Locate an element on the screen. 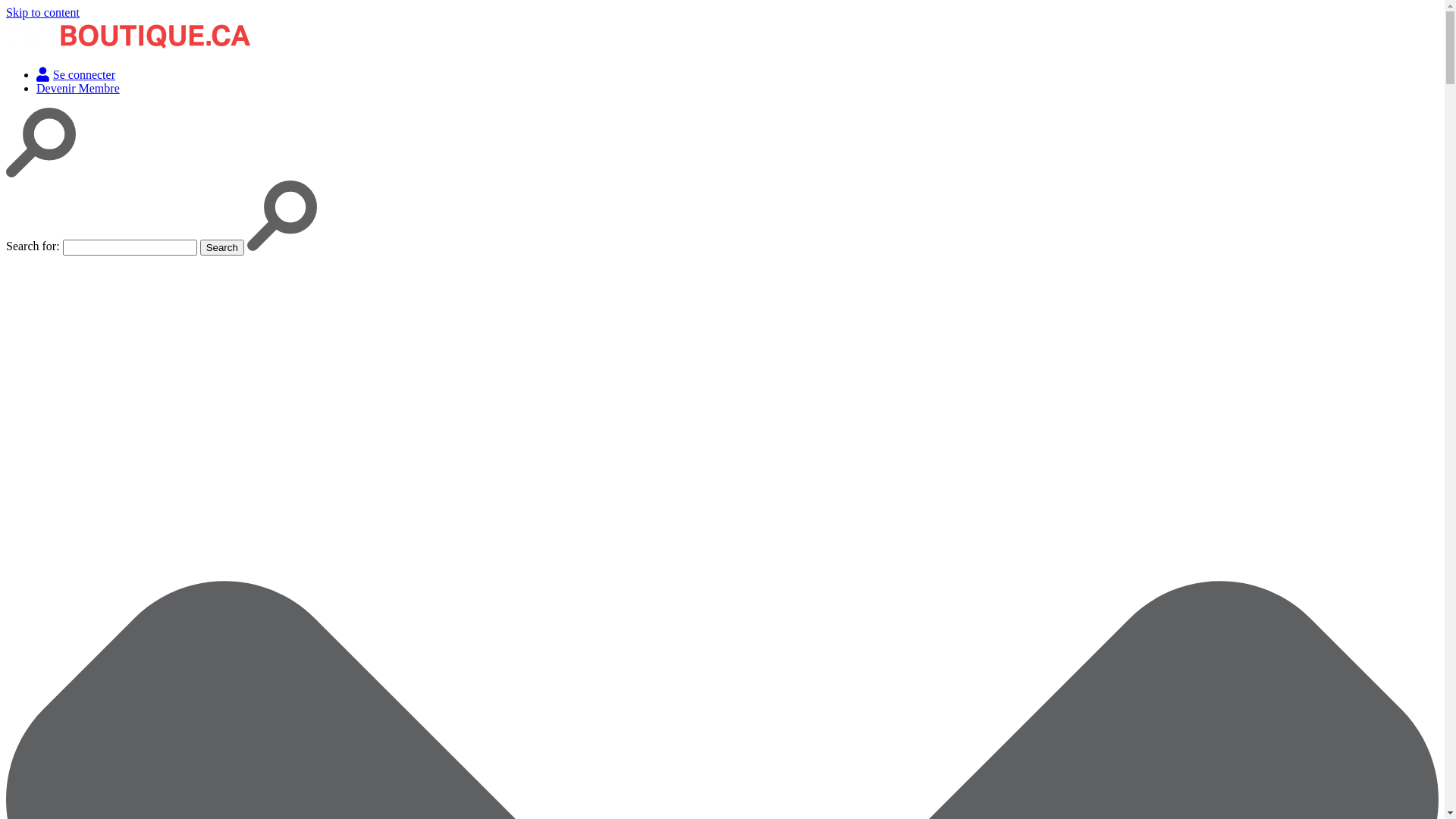 This screenshot has width=1456, height=819. 'Se connecter' is located at coordinates (75, 74).